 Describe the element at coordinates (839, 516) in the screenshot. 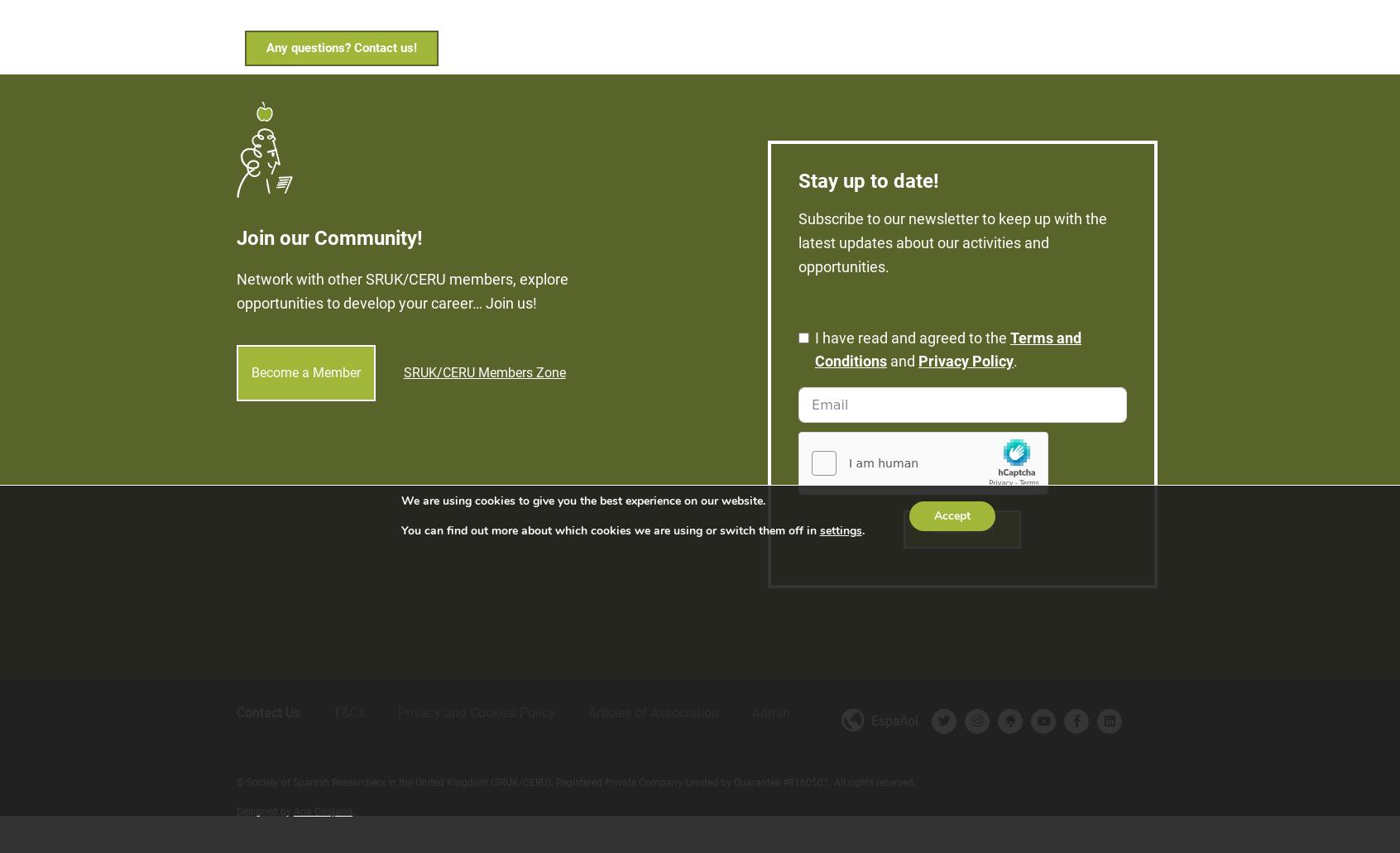

I see `'settings'` at that location.